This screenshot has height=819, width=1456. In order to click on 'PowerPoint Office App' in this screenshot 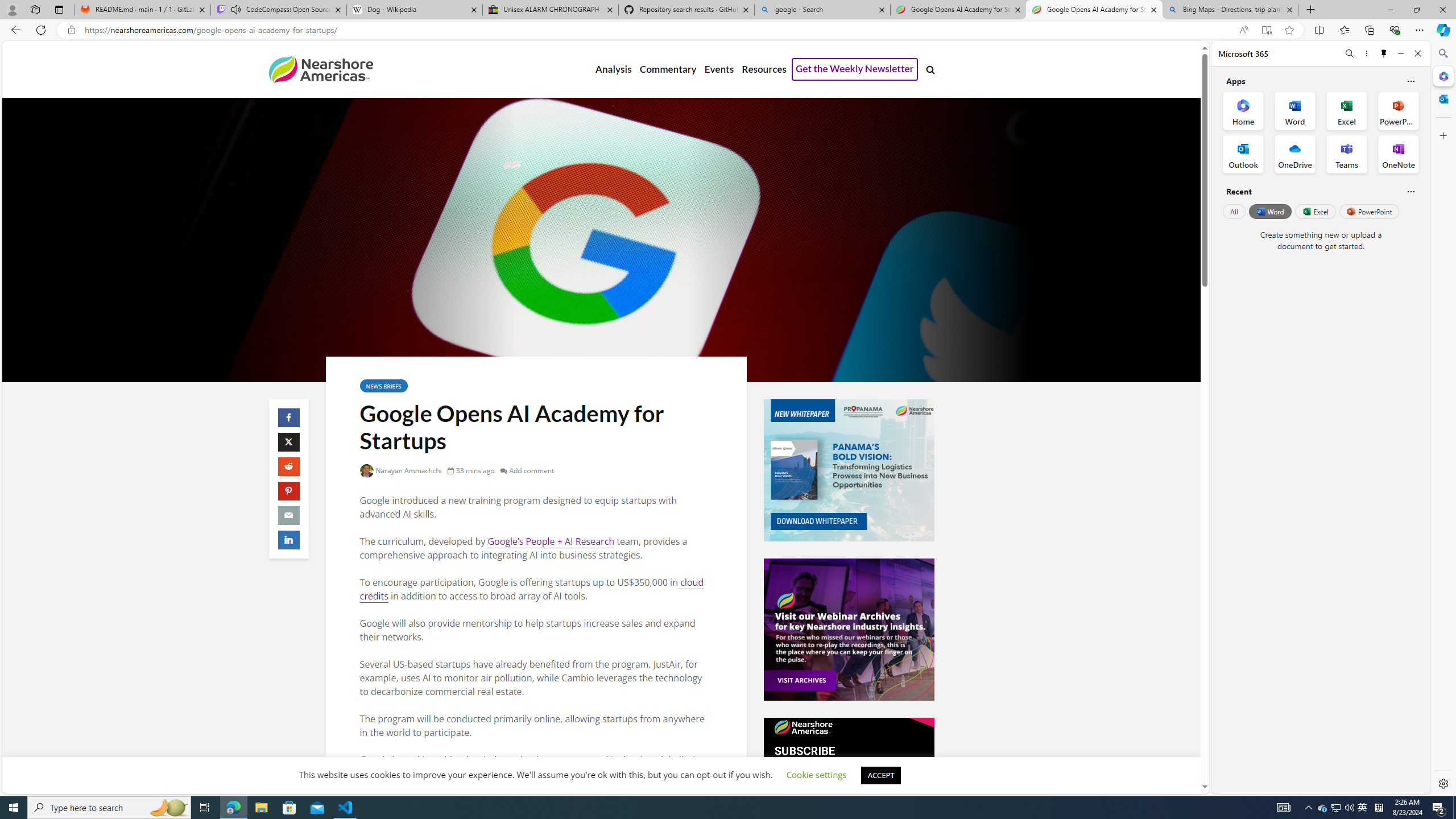, I will do `click(1398, 111)`.